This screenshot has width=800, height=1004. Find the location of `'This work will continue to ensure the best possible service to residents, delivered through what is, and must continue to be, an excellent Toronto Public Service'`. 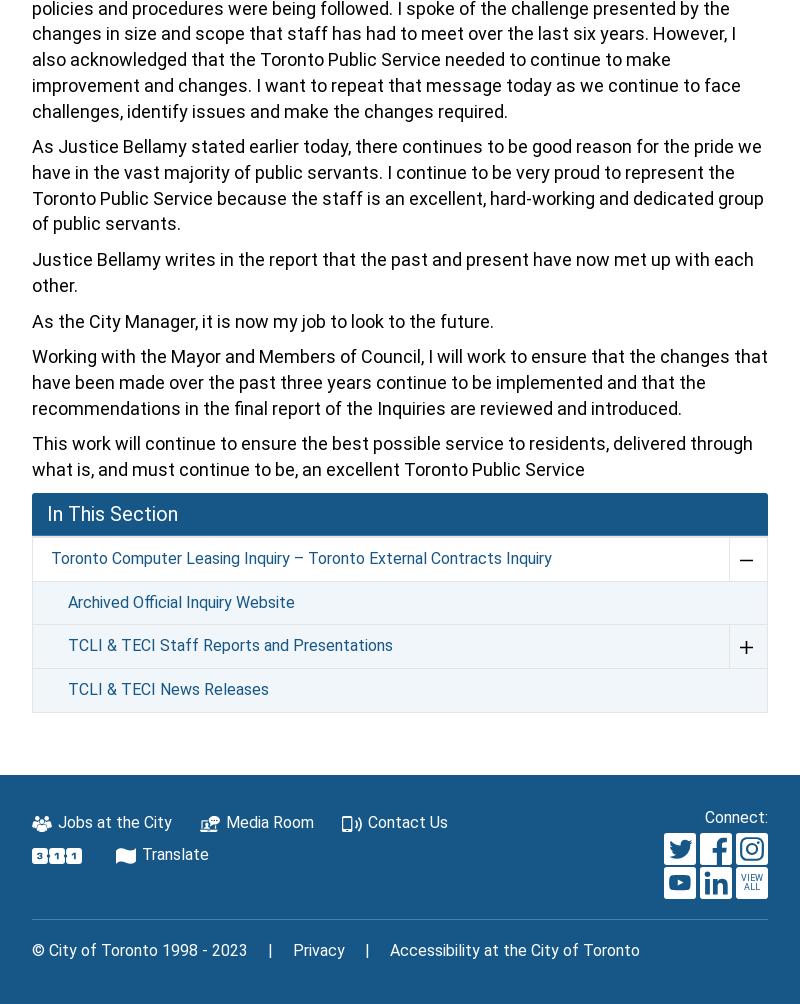

'This work will continue to ensure the best possible service to residents, delivered through what is, and must continue to be, an excellent Toronto Public Service' is located at coordinates (391, 455).